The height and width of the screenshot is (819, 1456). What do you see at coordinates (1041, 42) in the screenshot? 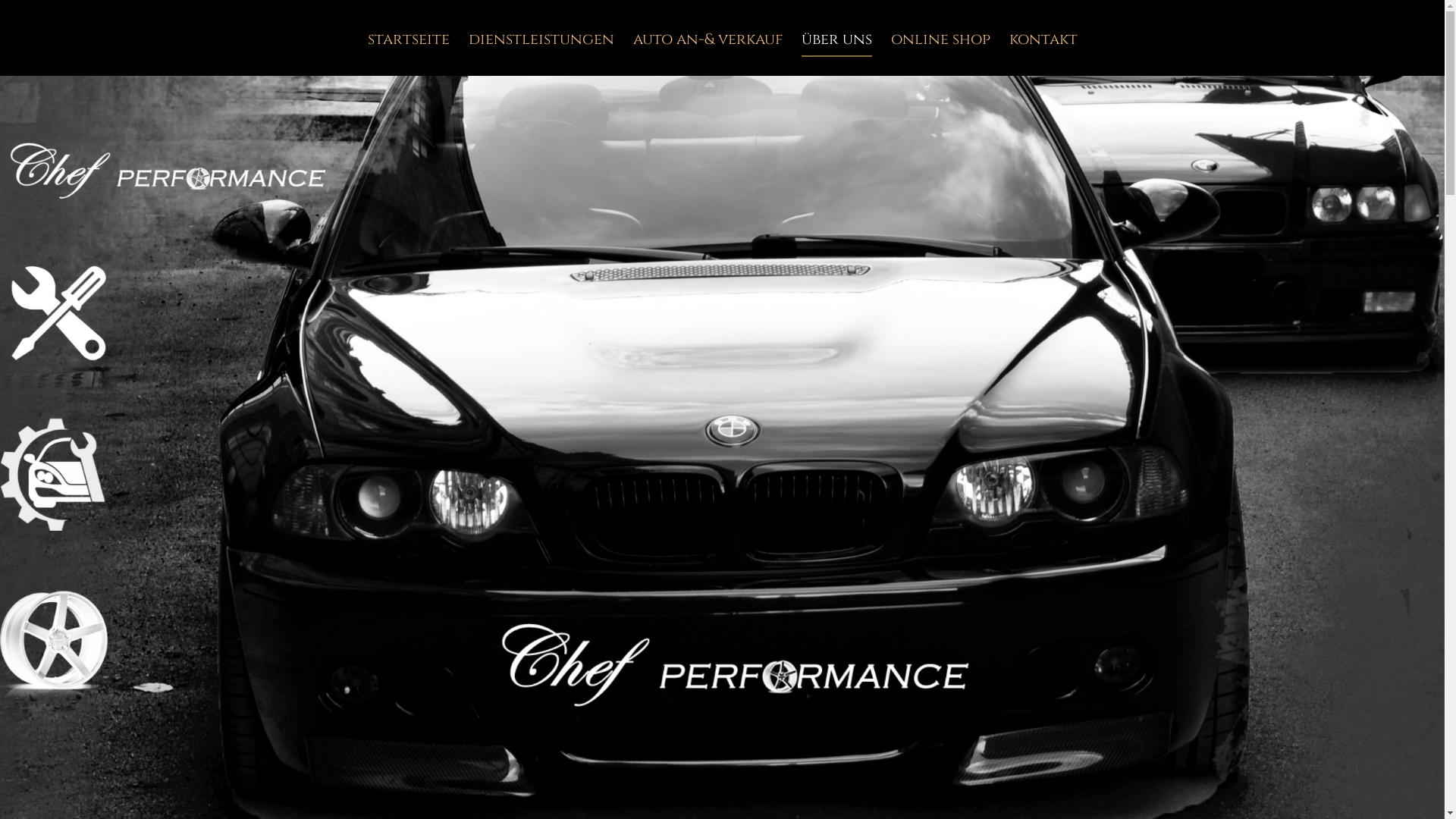
I see `'kontakt'` at bounding box center [1041, 42].